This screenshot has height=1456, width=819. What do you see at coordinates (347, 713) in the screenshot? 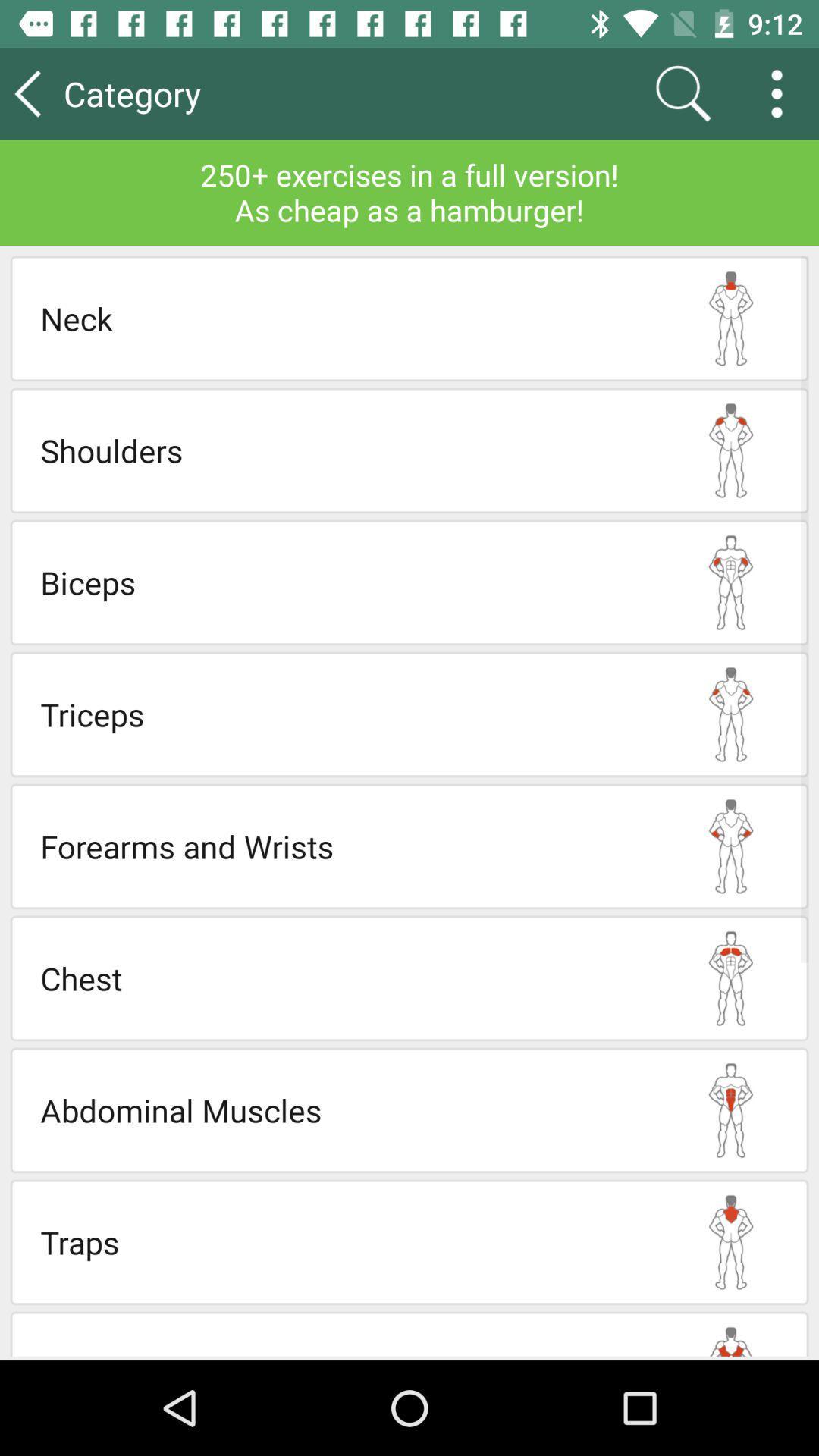
I see `triceps icon` at bounding box center [347, 713].